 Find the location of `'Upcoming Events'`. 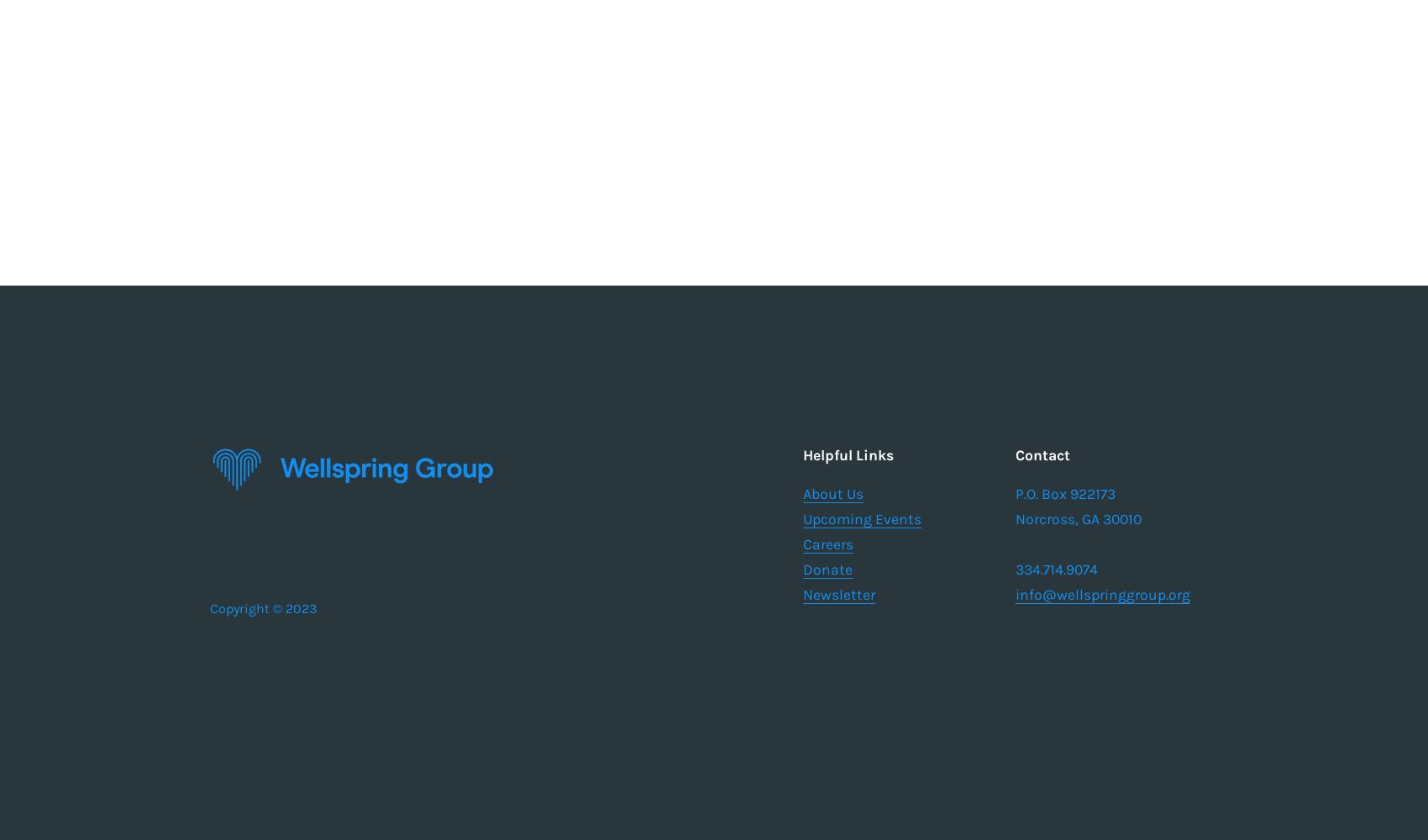

'Upcoming Events' is located at coordinates (861, 518).